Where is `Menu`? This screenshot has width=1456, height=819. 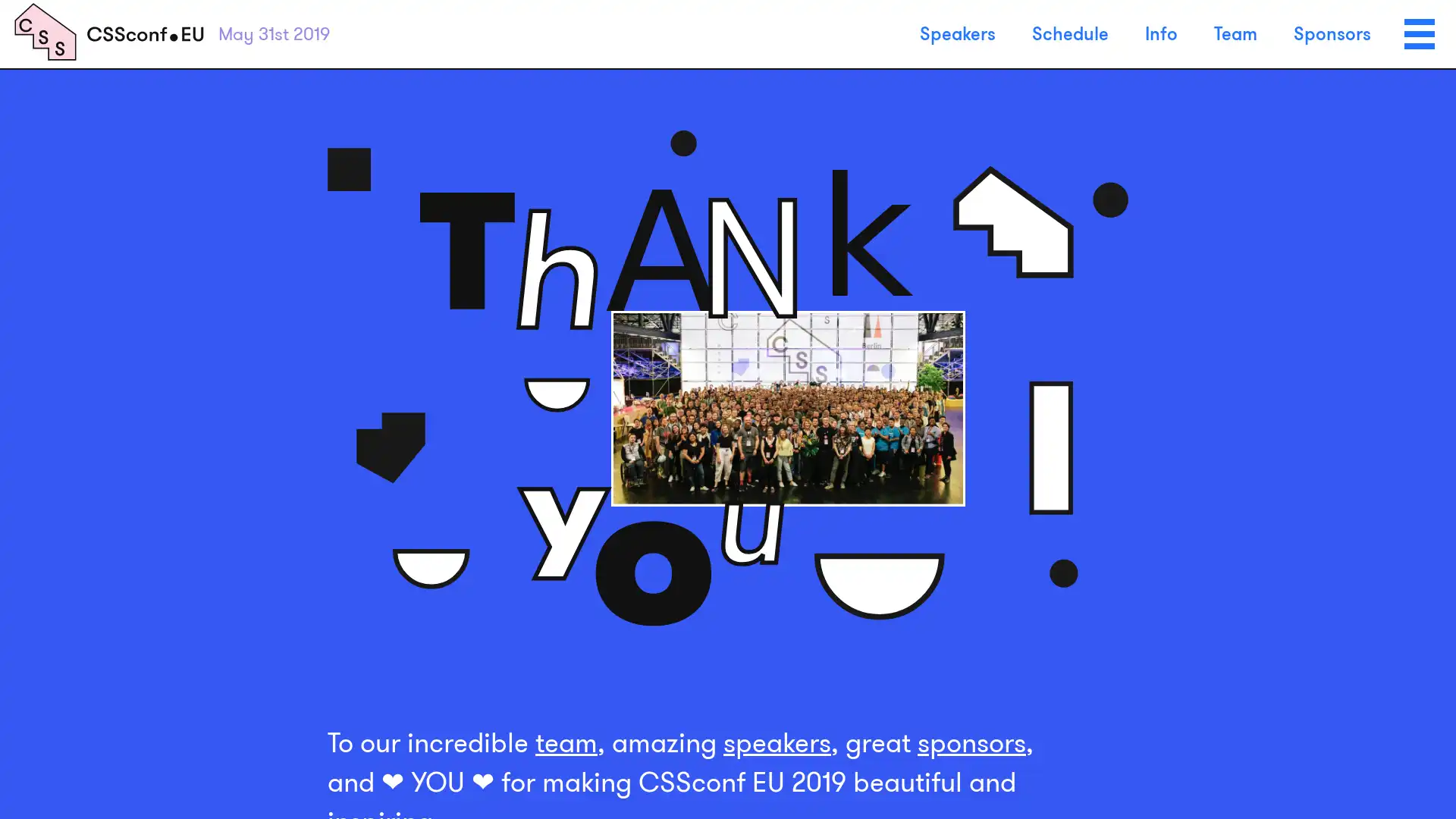
Menu is located at coordinates (1419, 34).